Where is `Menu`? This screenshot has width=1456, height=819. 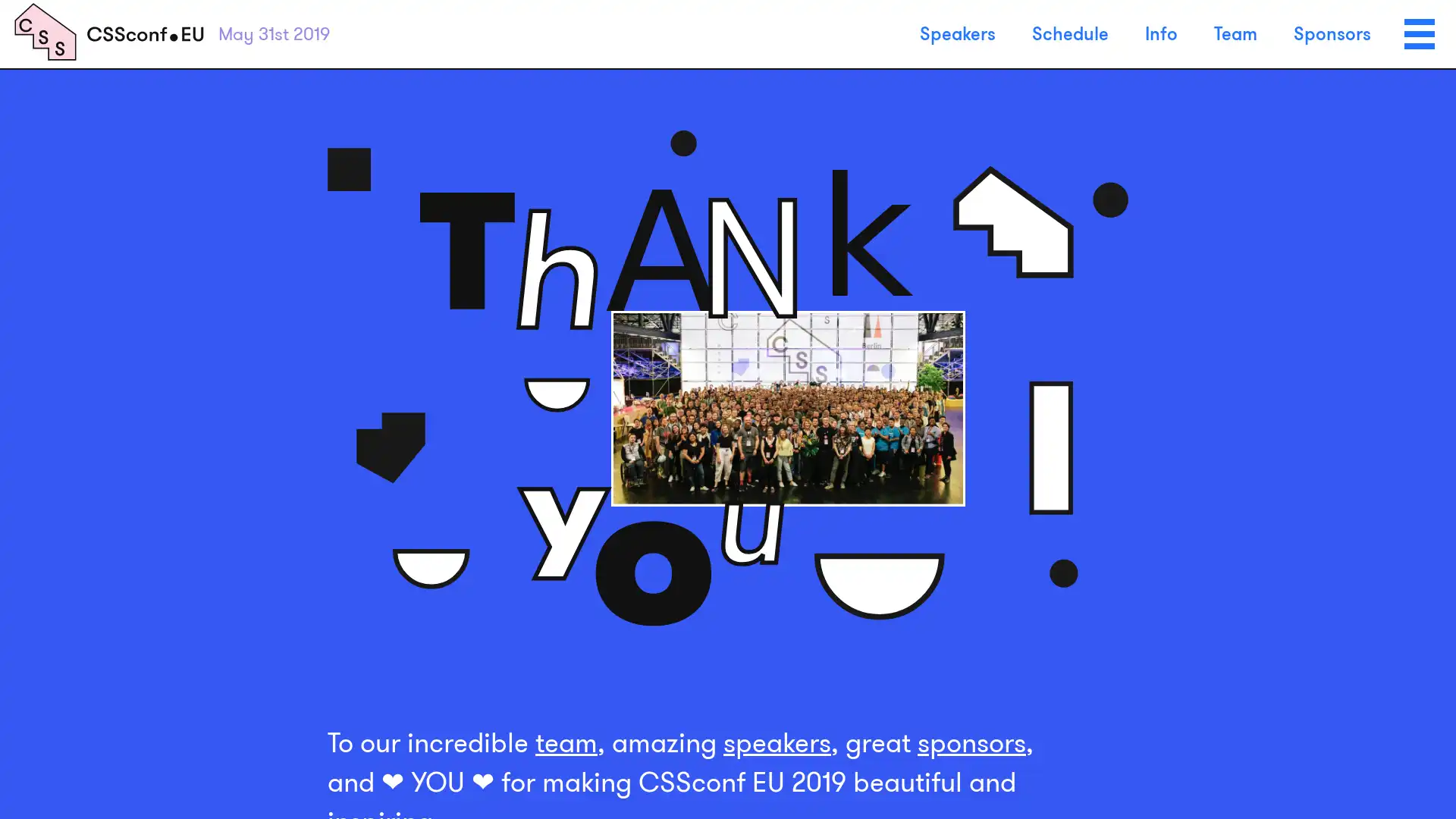
Menu is located at coordinates (1419, 34).